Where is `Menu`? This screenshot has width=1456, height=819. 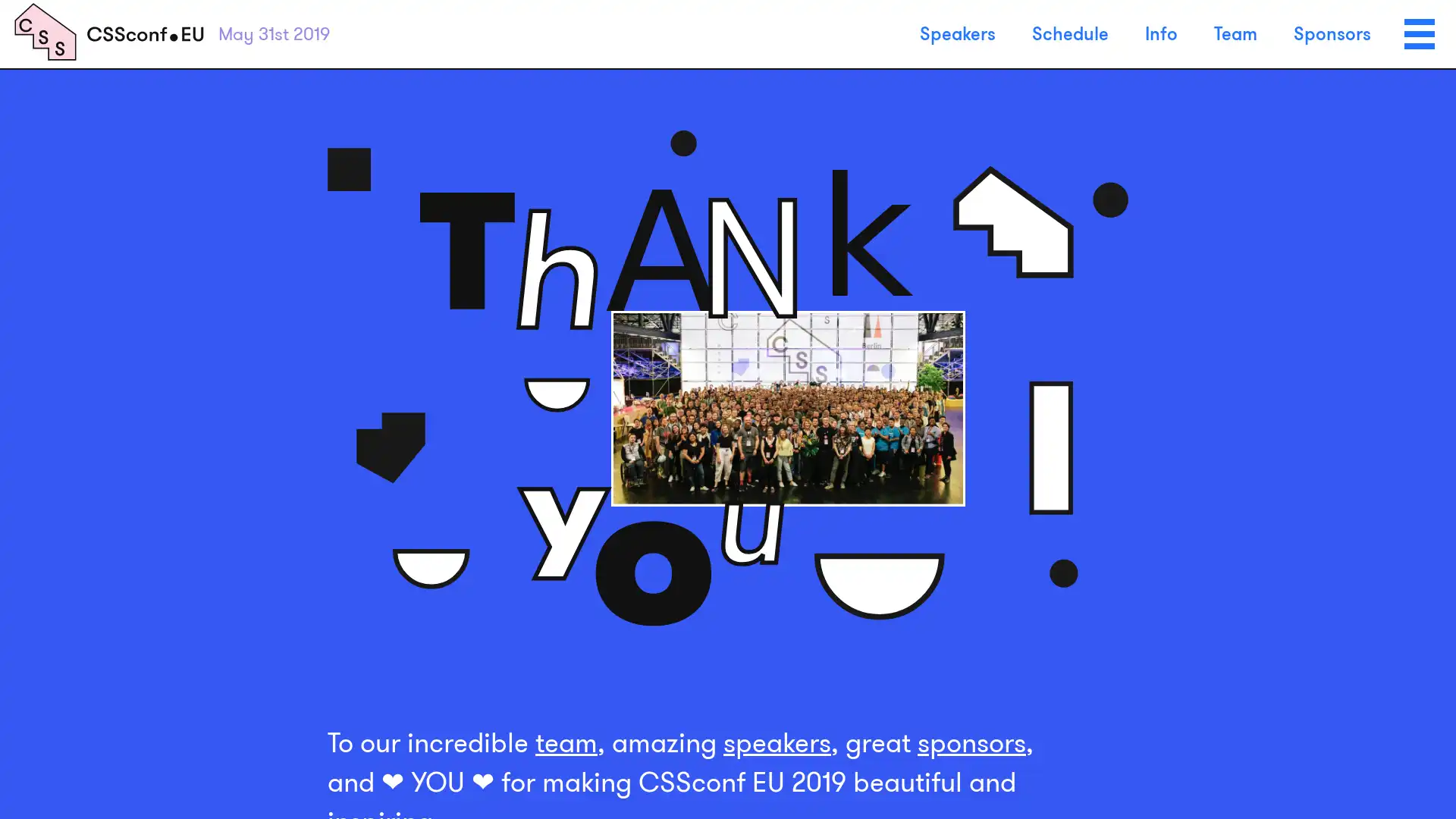
Menu is located at coordinates (1419, 34).